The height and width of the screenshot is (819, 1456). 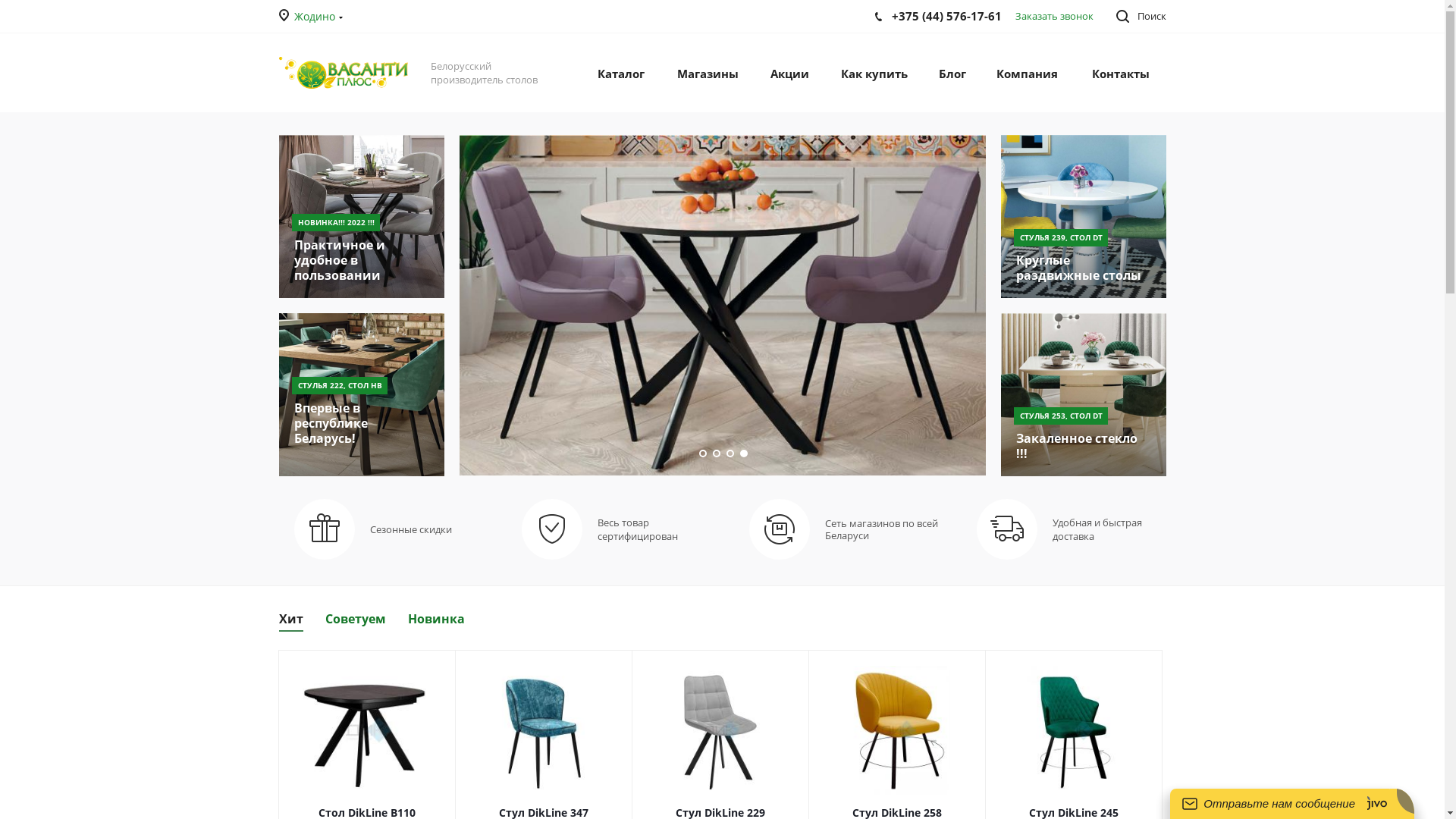 I want to click on '1', so click(x=701, y=452).